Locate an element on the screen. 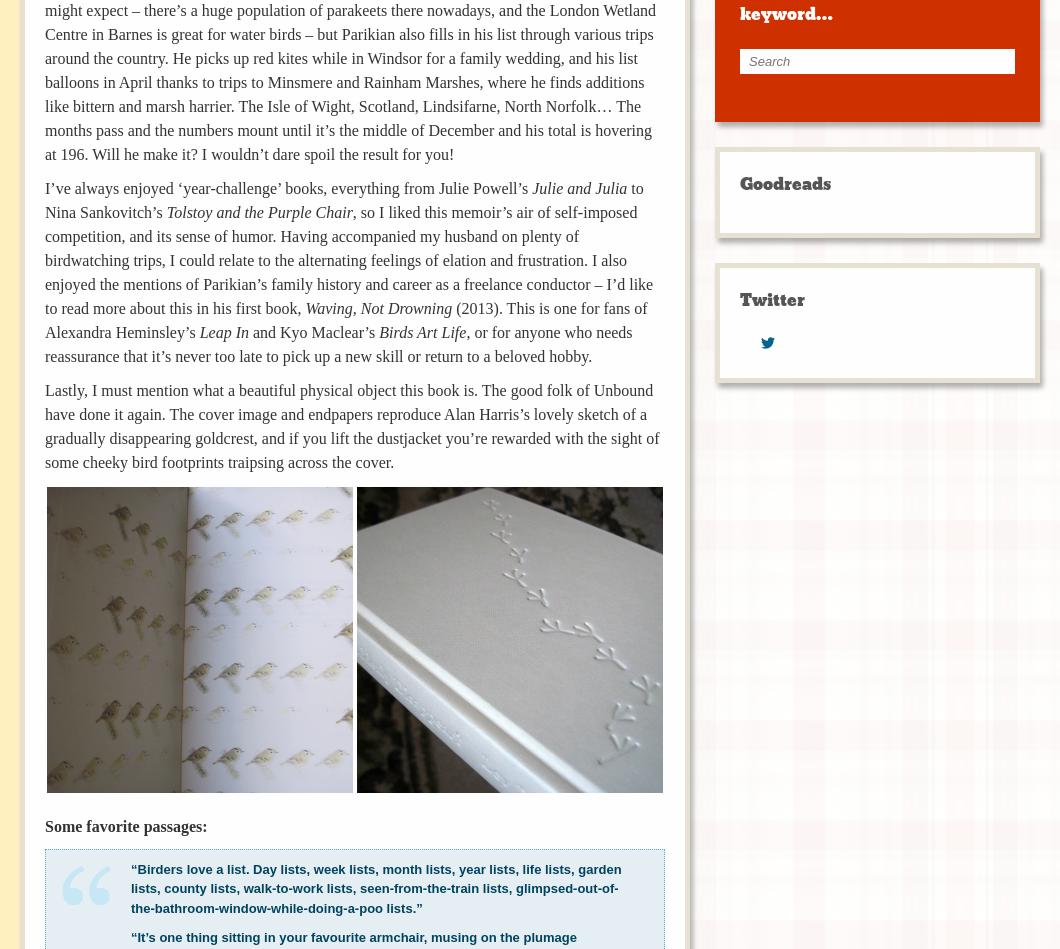  'Search' is located at coordinates (759, 61).